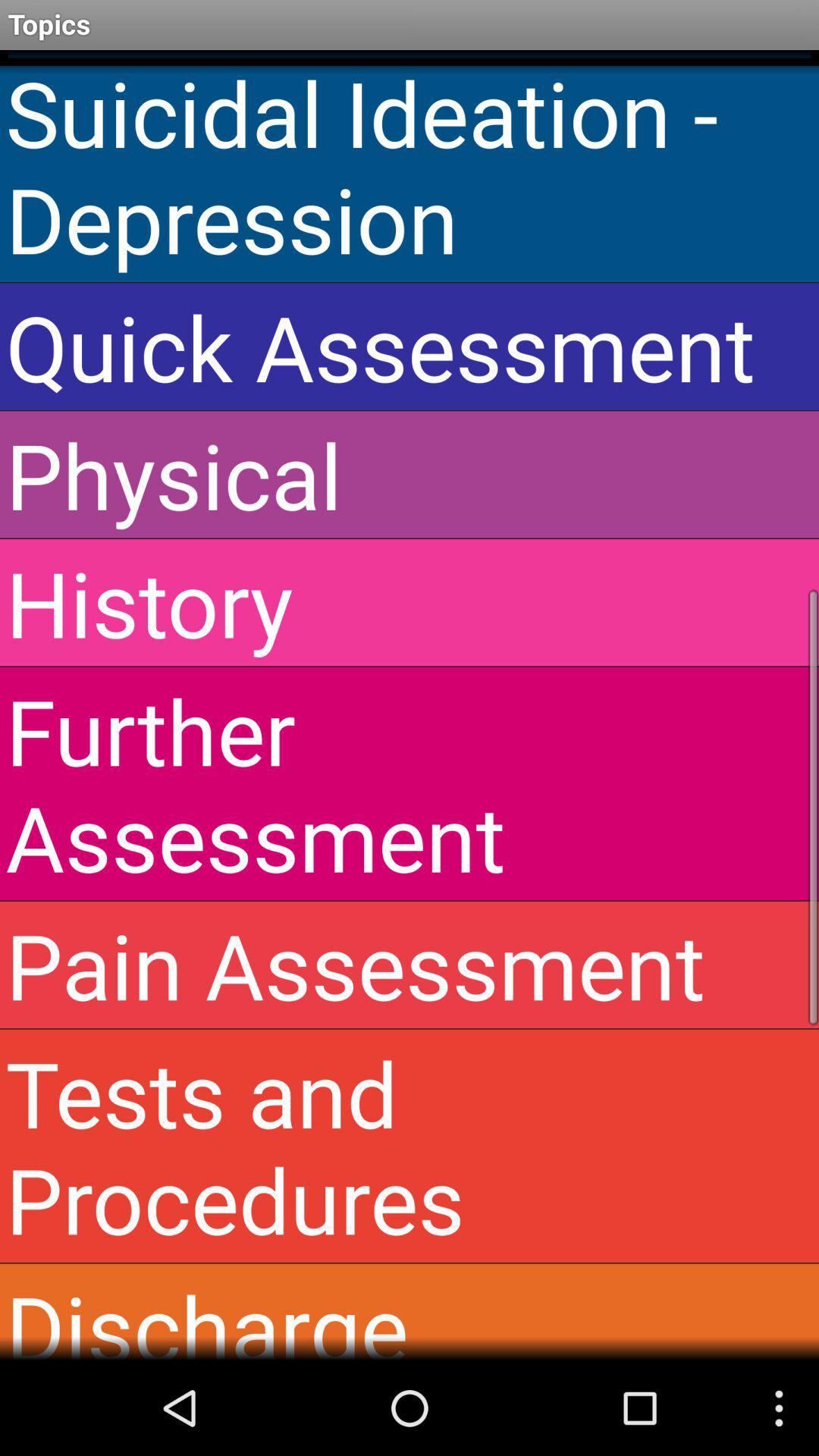 The height and width of the screenshot is (1456, 819). What do you see at coordinates (409, 601) in the screenshot?
I see `history icon` at bounding box center [409, 601].